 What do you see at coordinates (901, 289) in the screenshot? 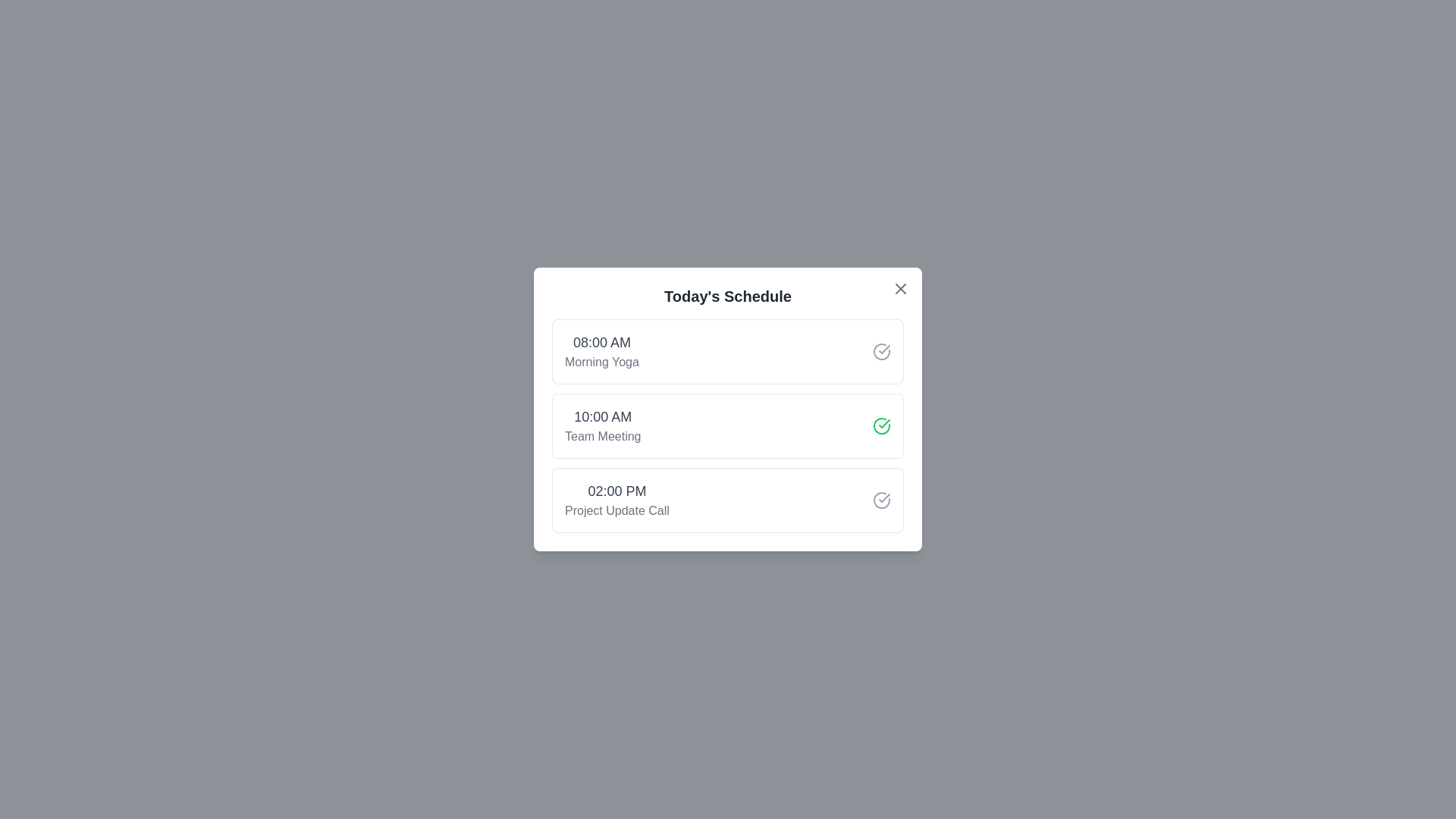
I see `the close button located at the top-right corner of the schedule modal` at bounding box center [901, 289].